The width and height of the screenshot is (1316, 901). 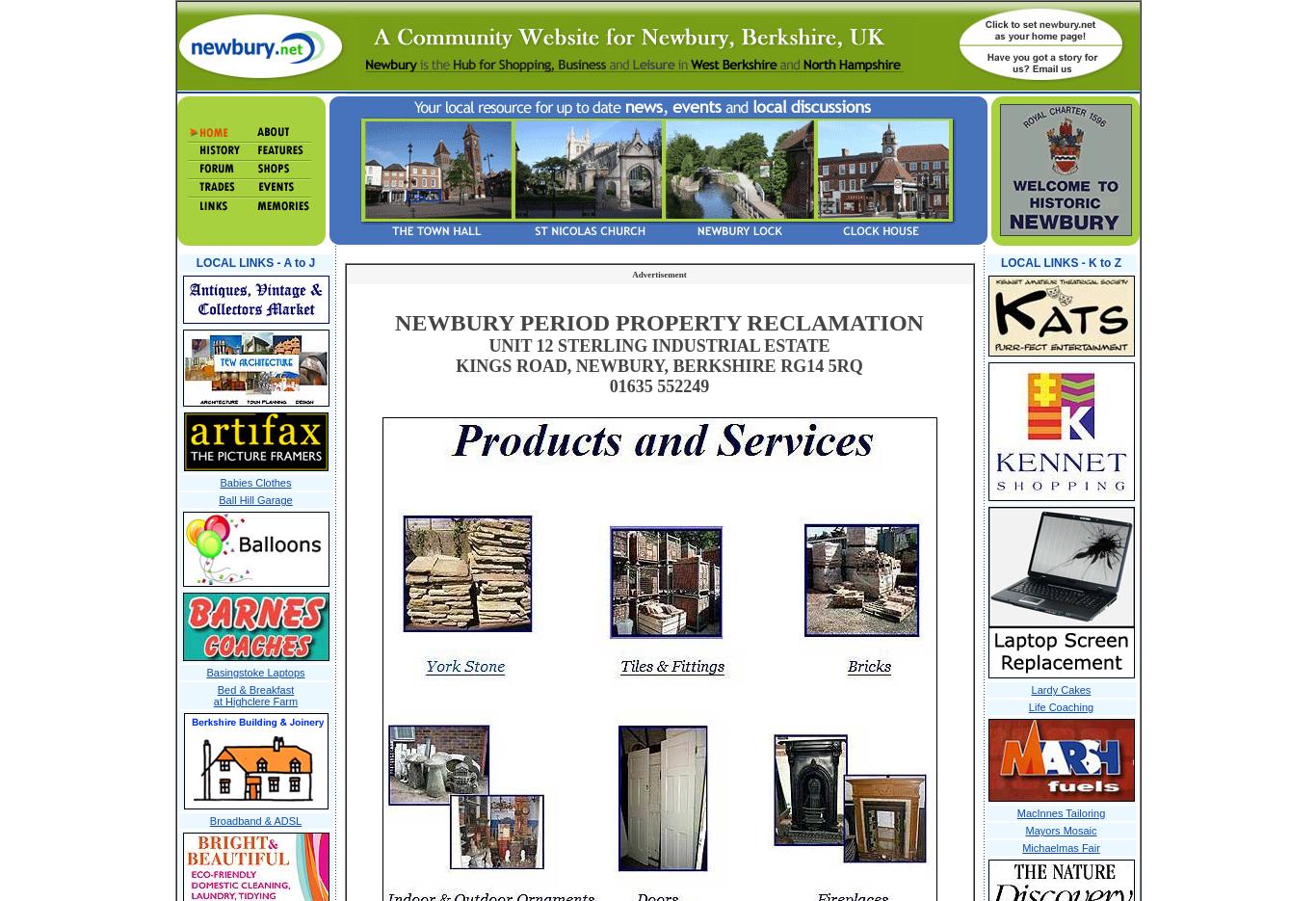 I want to click on '01635 552249', so click(x=658, y=386).